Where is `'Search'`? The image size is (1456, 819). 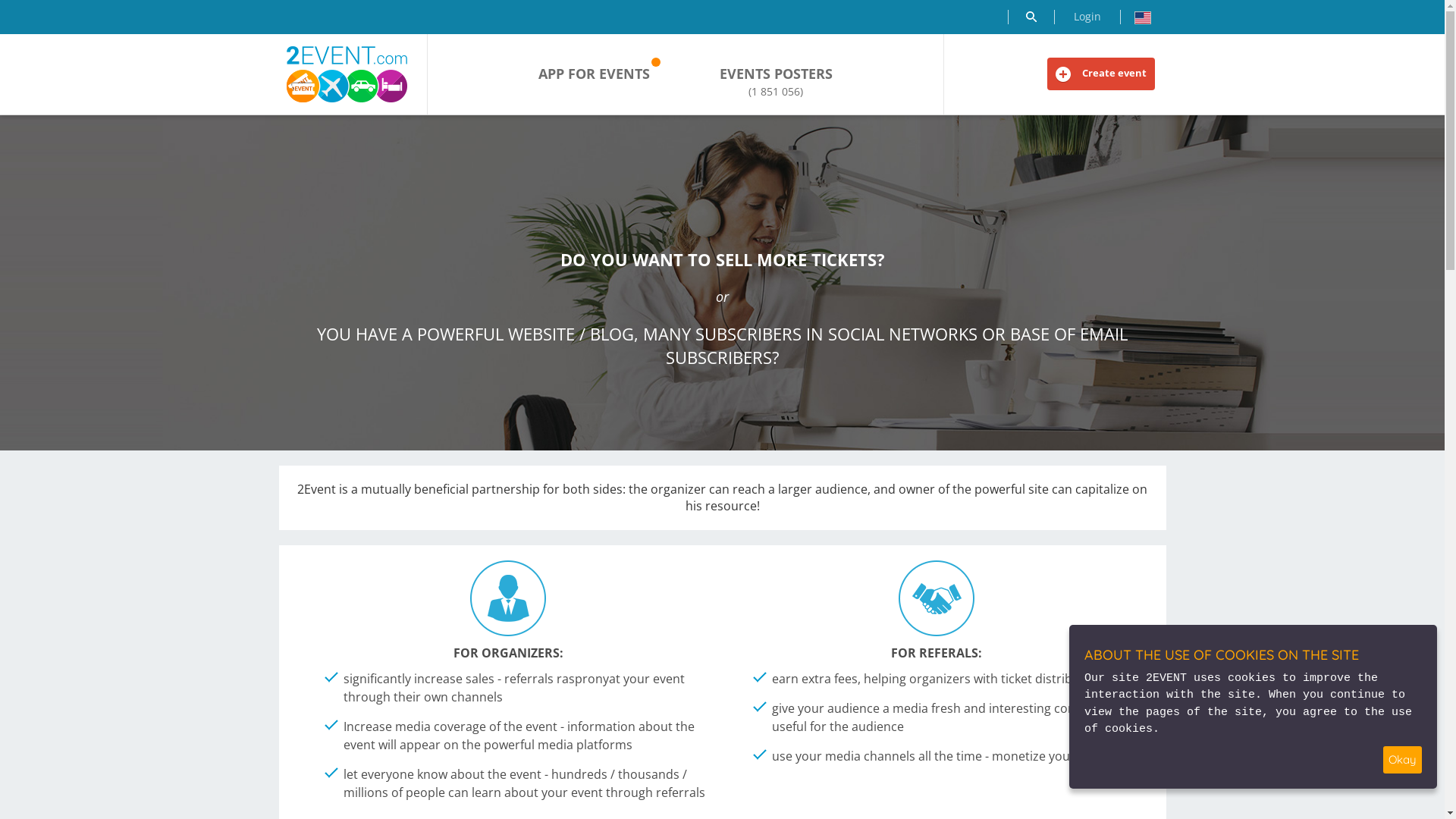 'Search' is located at coordinates (1030, 17).